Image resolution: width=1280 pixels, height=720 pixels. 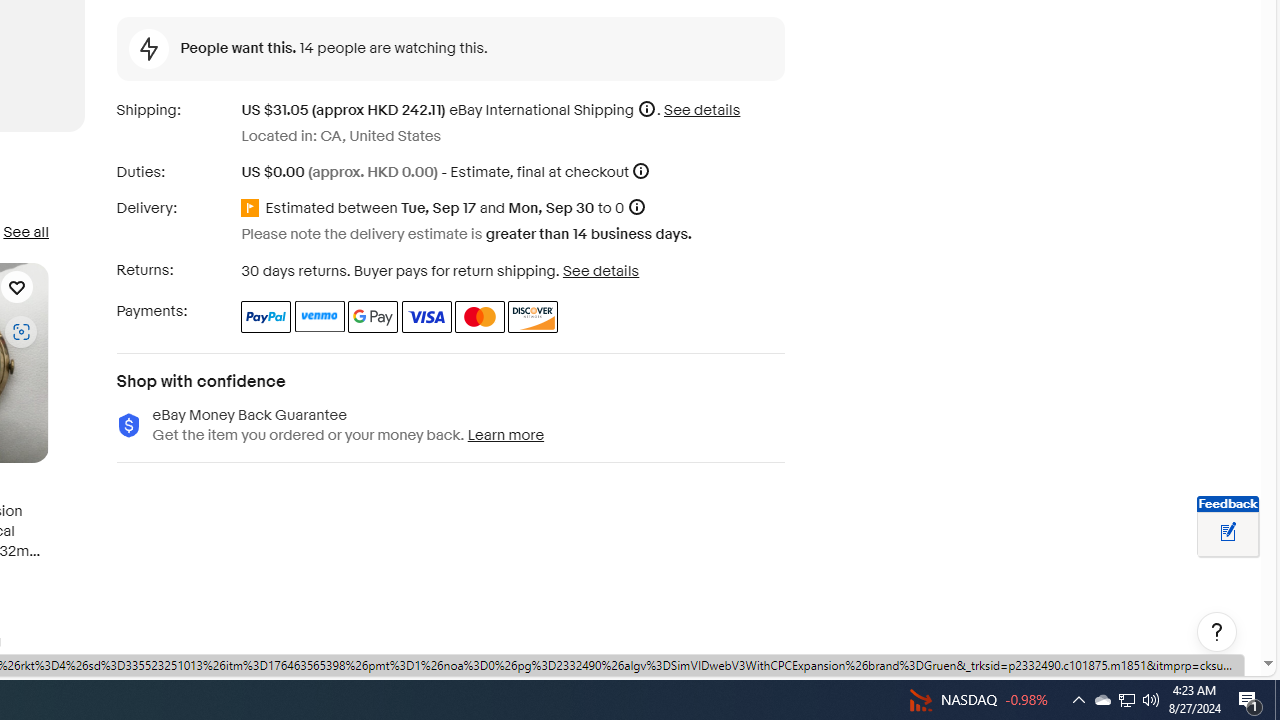 I want to click on 'Google Pay', so click(x=373, y=315).